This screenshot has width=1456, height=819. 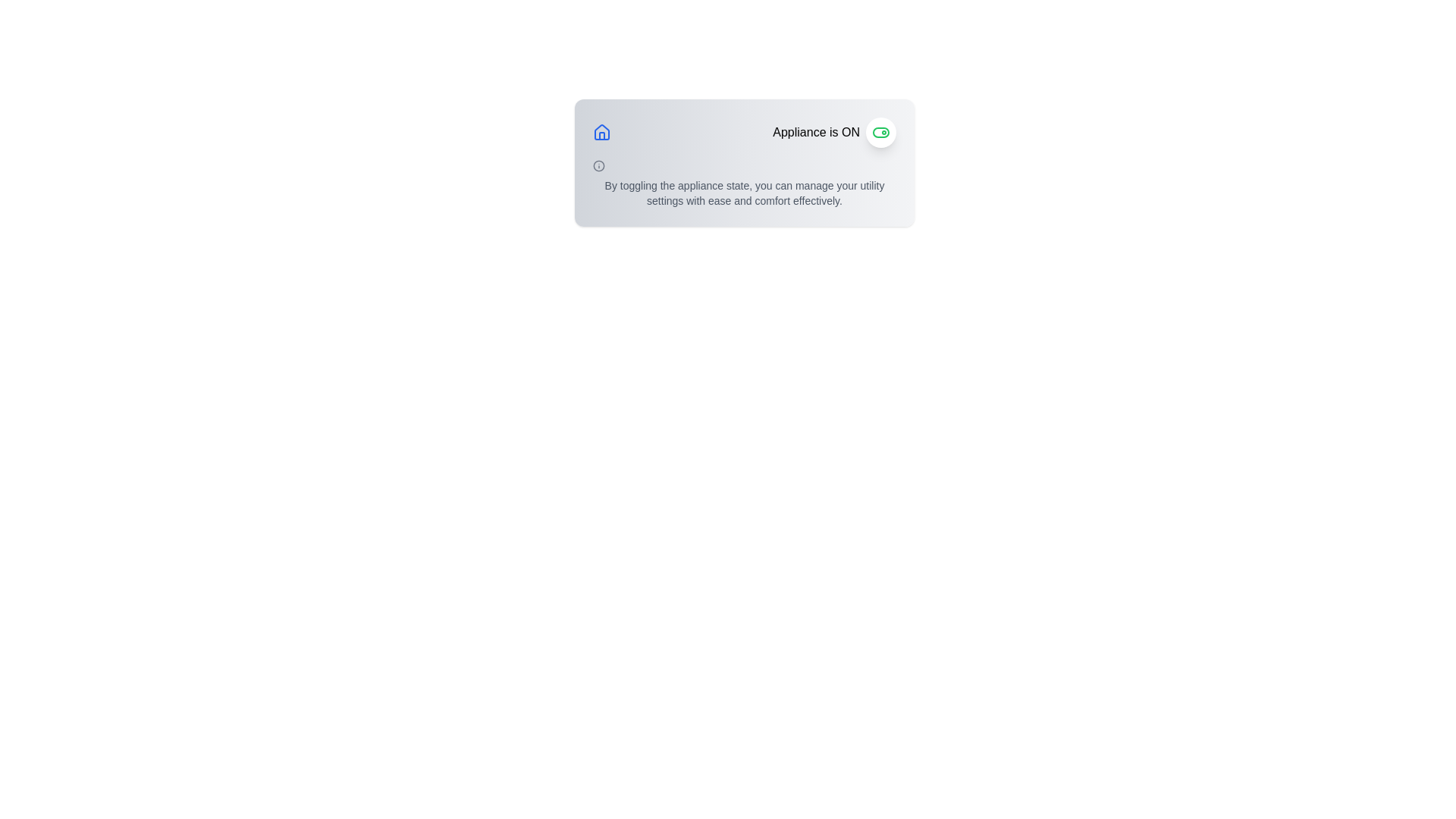 I want to click on the static text label displaying 'Appliance is ON', which is part of a horizontal cluster of components, serving as a descriptive label for the current state of an appliance, so click(x=815, y=131).